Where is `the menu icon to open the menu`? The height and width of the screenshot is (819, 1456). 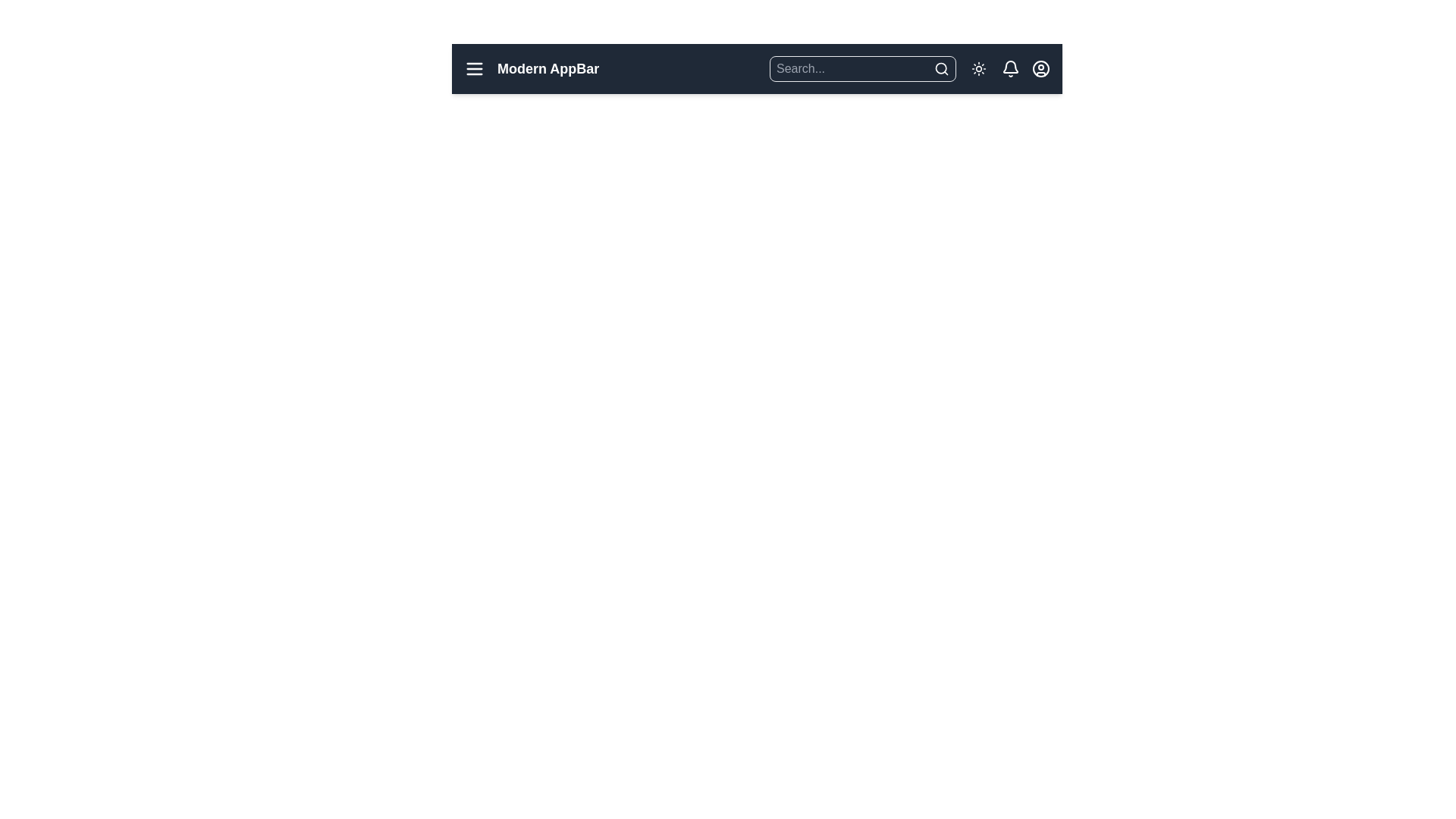 the menu icon to open the menu is located at coordinates (473, 69).